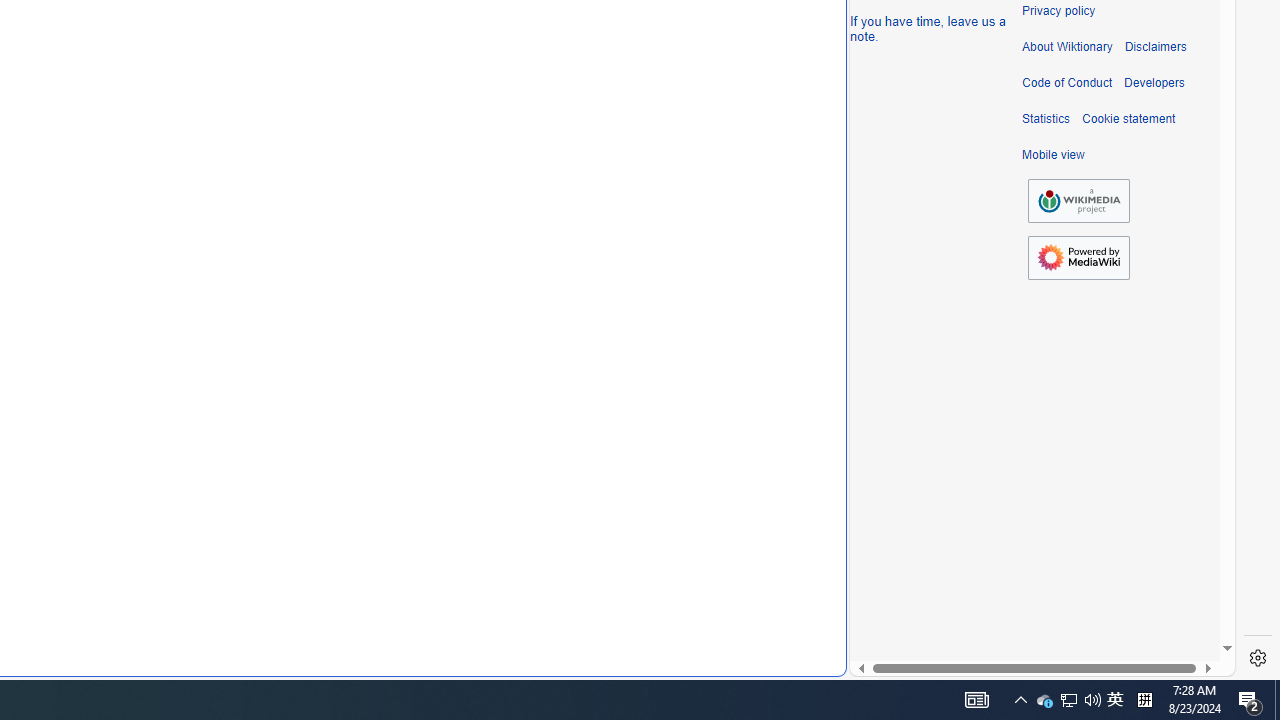 This screenshot has width=1280, height=720. Describe the element at coordinates (1078, 201) in the screenshot. I see `'Wikimedia Foundation'` at that location.